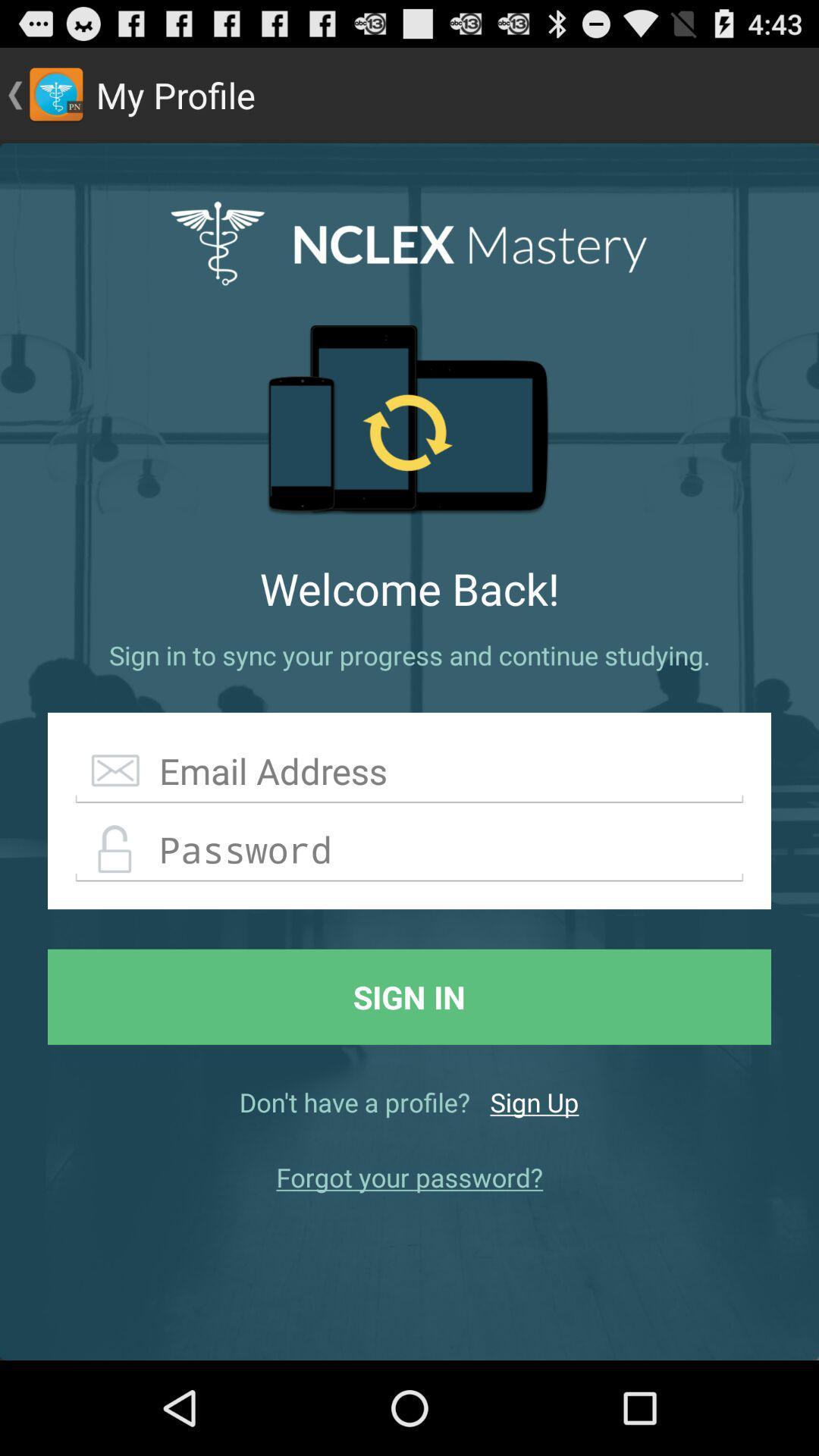 Image resolution: width=819 pixels, height=1456 pixels. What do you see at coordinates (534, 1102) in the screenshot?
I see `item above the forgot your password? item` at bounding box center [534, 1102].